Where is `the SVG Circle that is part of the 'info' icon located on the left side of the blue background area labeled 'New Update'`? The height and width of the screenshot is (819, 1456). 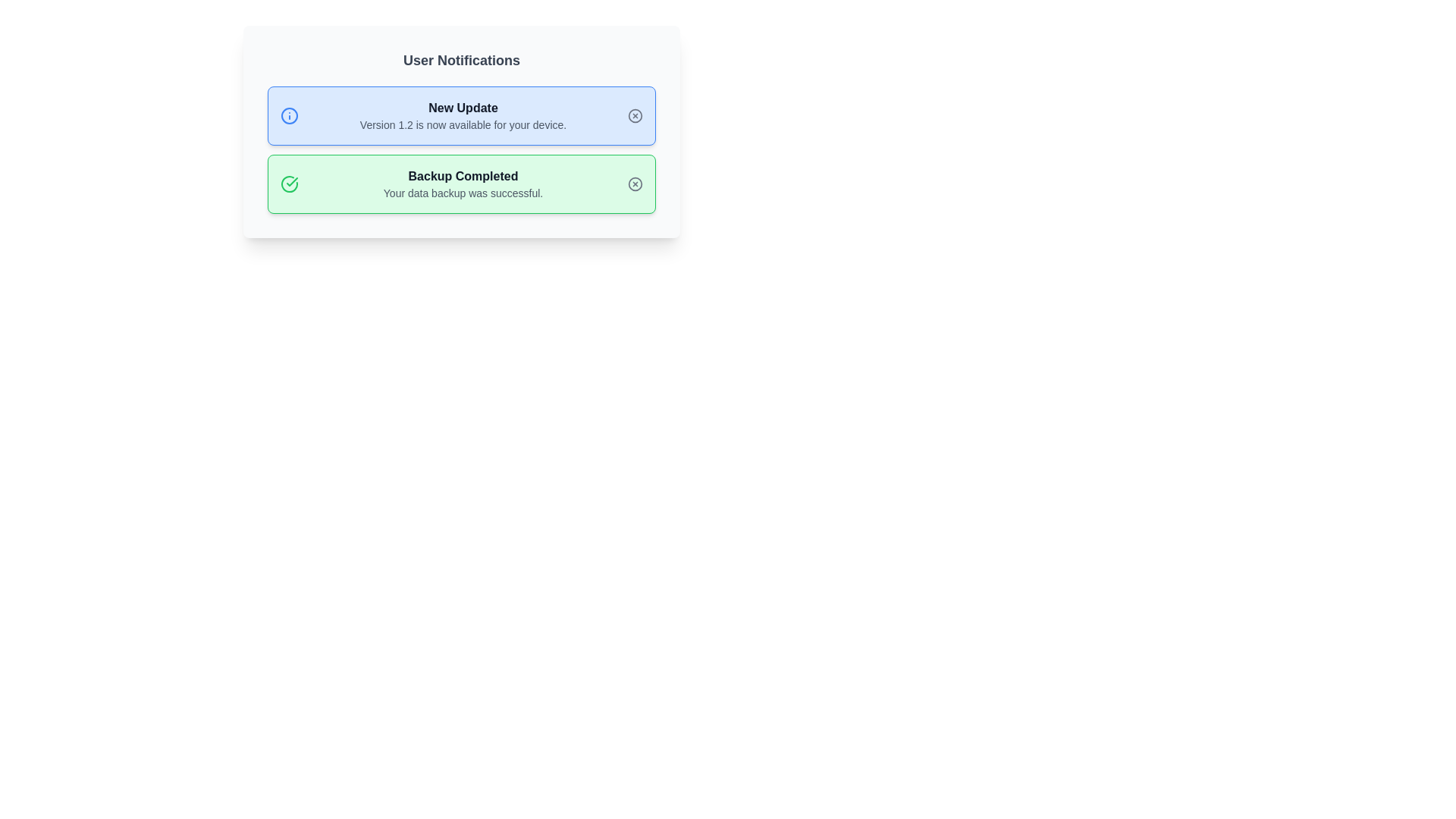
the SVG Circle that is part of the 'info' icon located on the left side of the blue background area labeled 'New Update' is located at coordinates (290, 115).